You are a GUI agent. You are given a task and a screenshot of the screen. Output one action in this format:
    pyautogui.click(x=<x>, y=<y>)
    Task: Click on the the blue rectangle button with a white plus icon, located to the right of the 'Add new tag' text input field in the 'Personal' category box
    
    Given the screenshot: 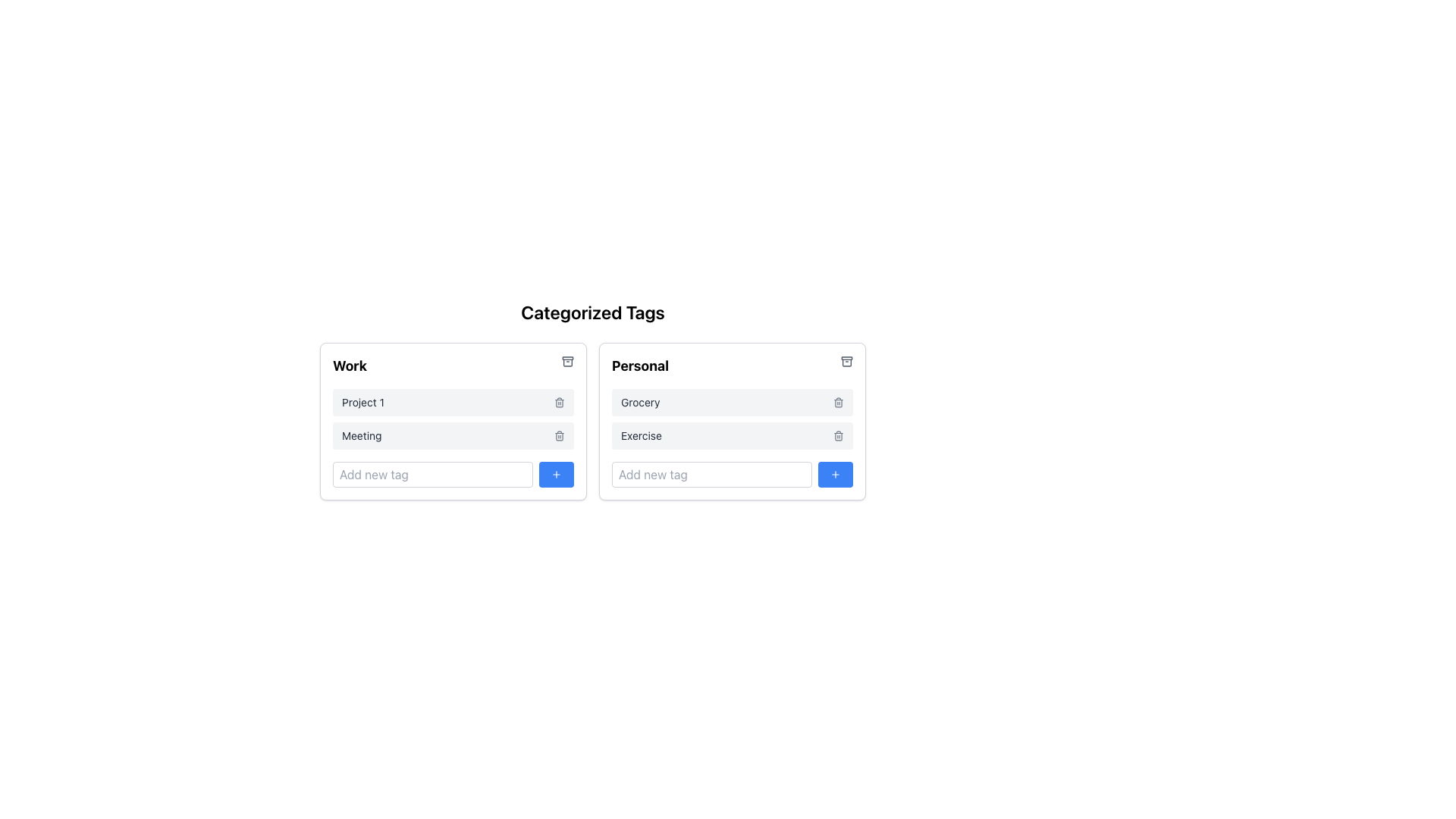 What is the action you would take?
    pyautogui.click(x=835, y=473)
    